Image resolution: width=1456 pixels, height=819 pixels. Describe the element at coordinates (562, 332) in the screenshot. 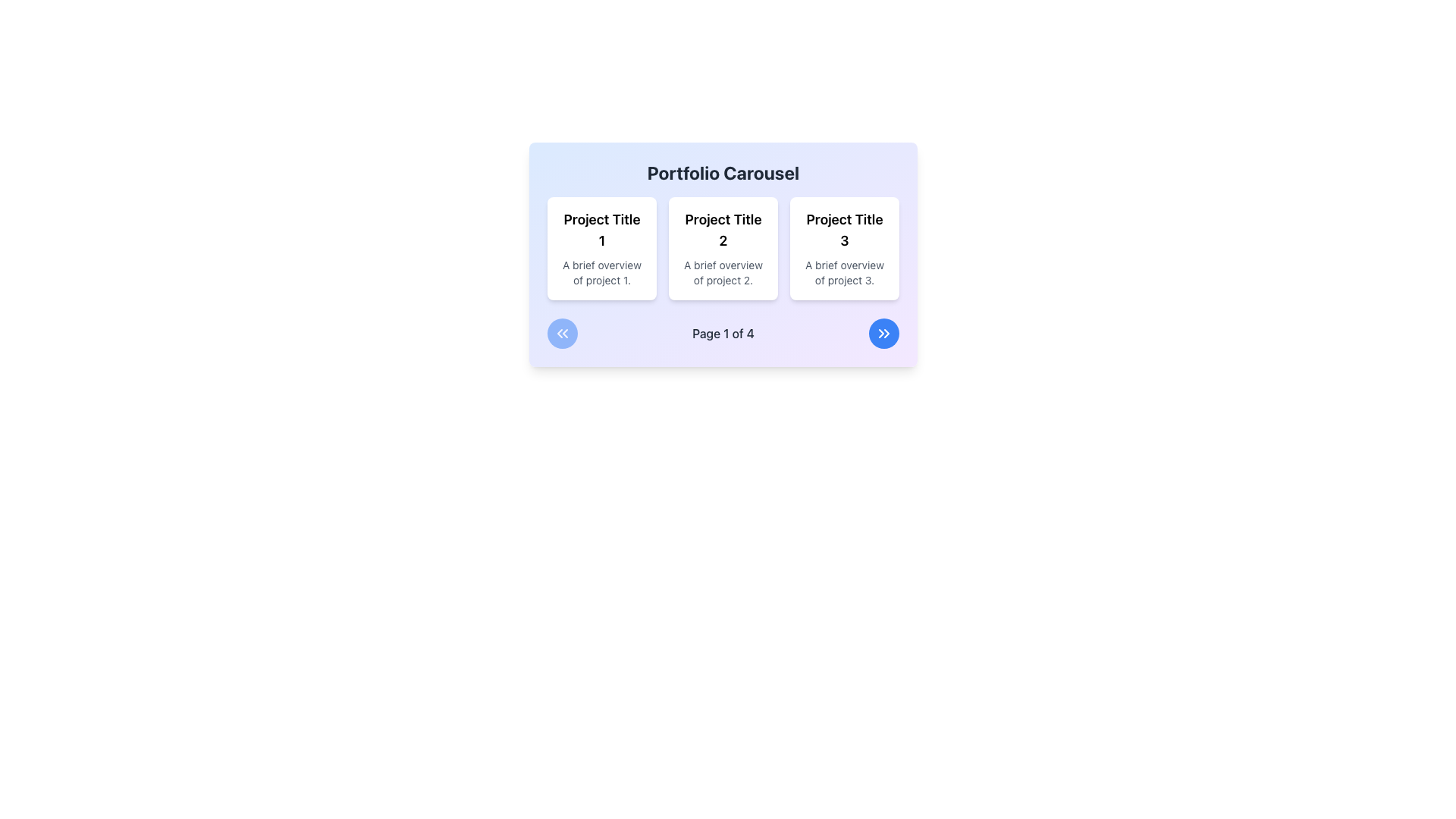

I see `the circular button containing the double-chevron SVG icons that signifies a navigation component for visual feedback` at that location.